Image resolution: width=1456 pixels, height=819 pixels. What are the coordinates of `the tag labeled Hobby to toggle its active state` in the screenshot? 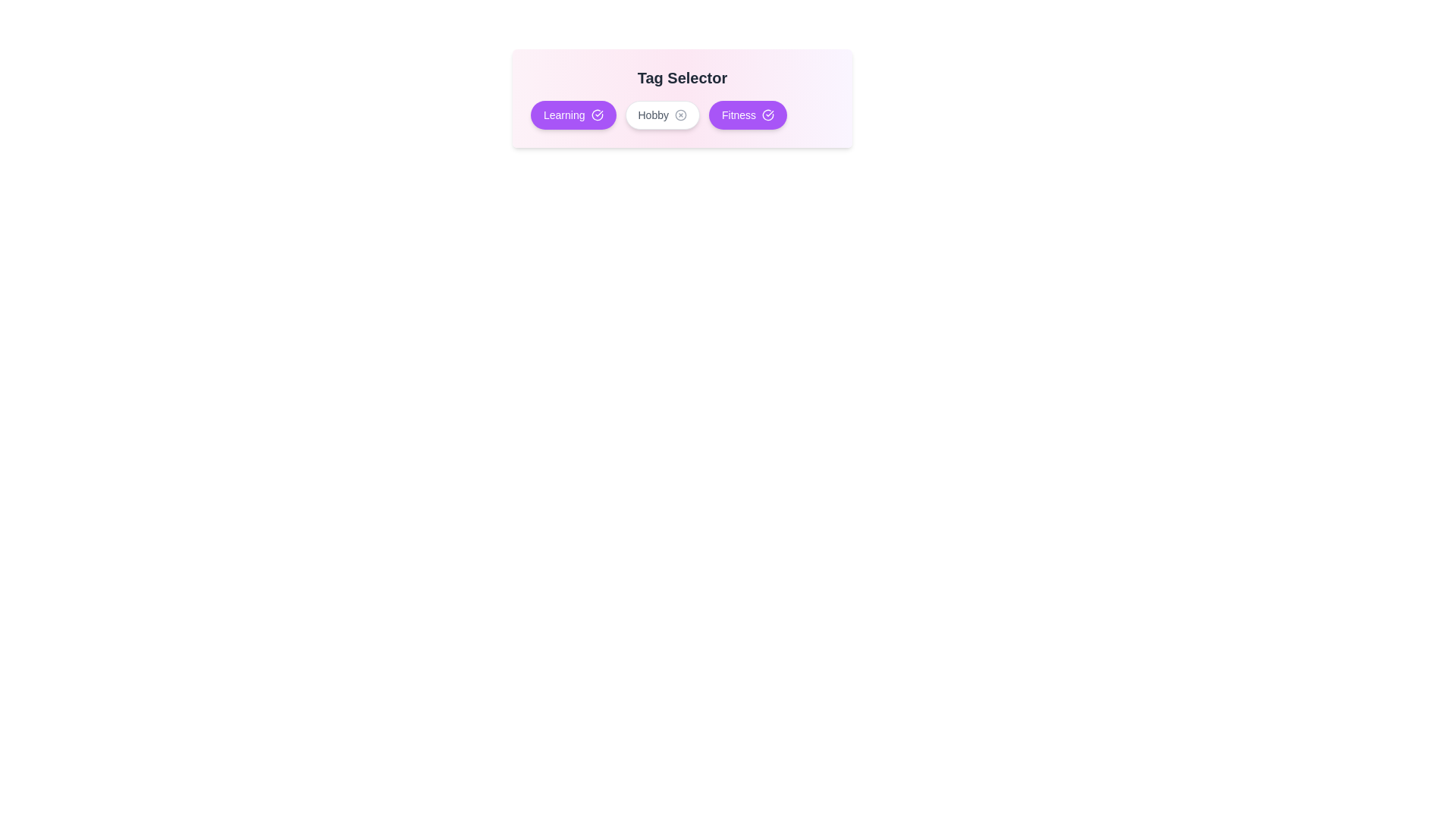 It's located at (662, 114).